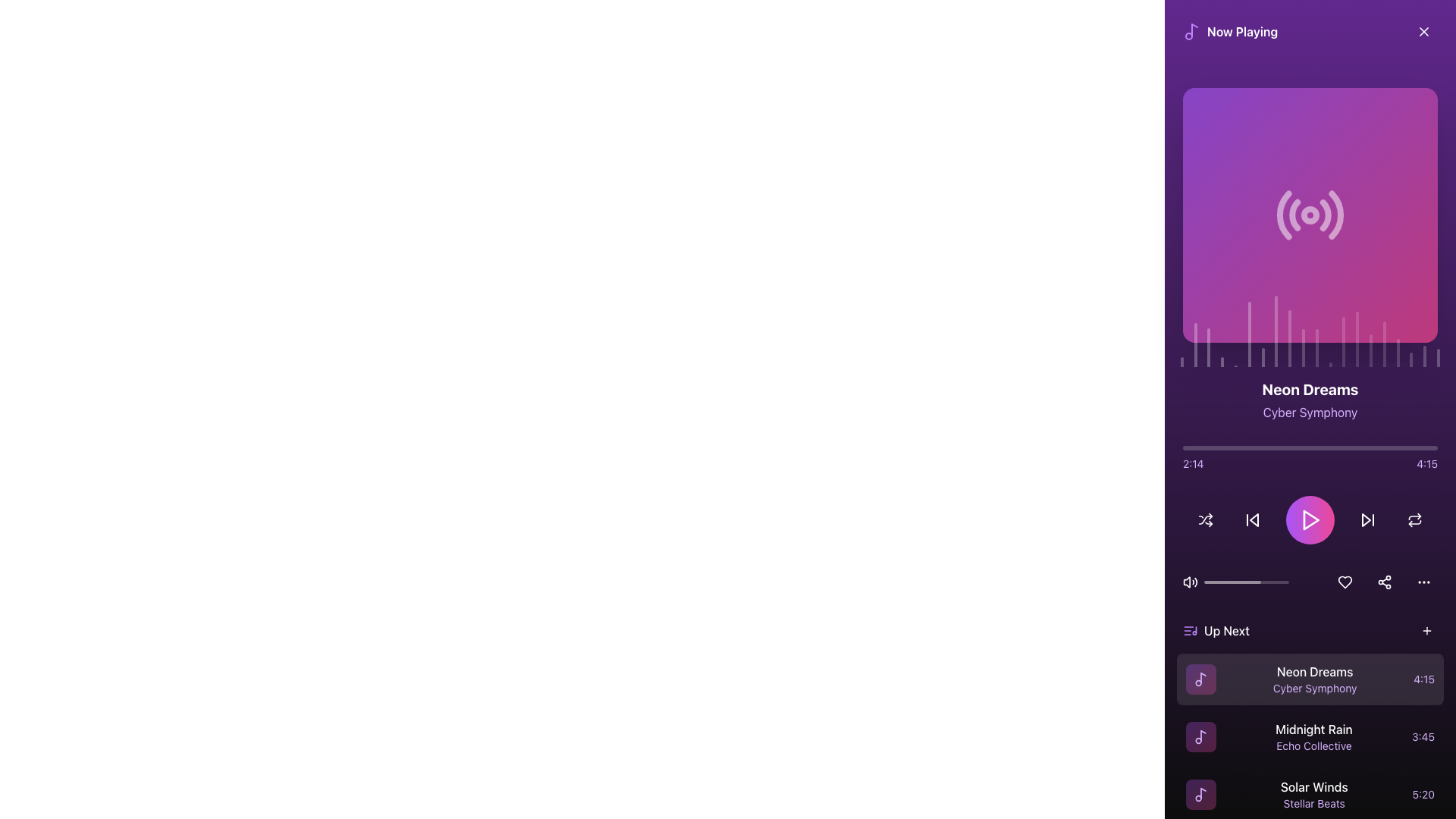  I want to click on the music note icon located in the vibrant purple header section, which is associated with the 'Now Playing' label, so click(1194, 30).